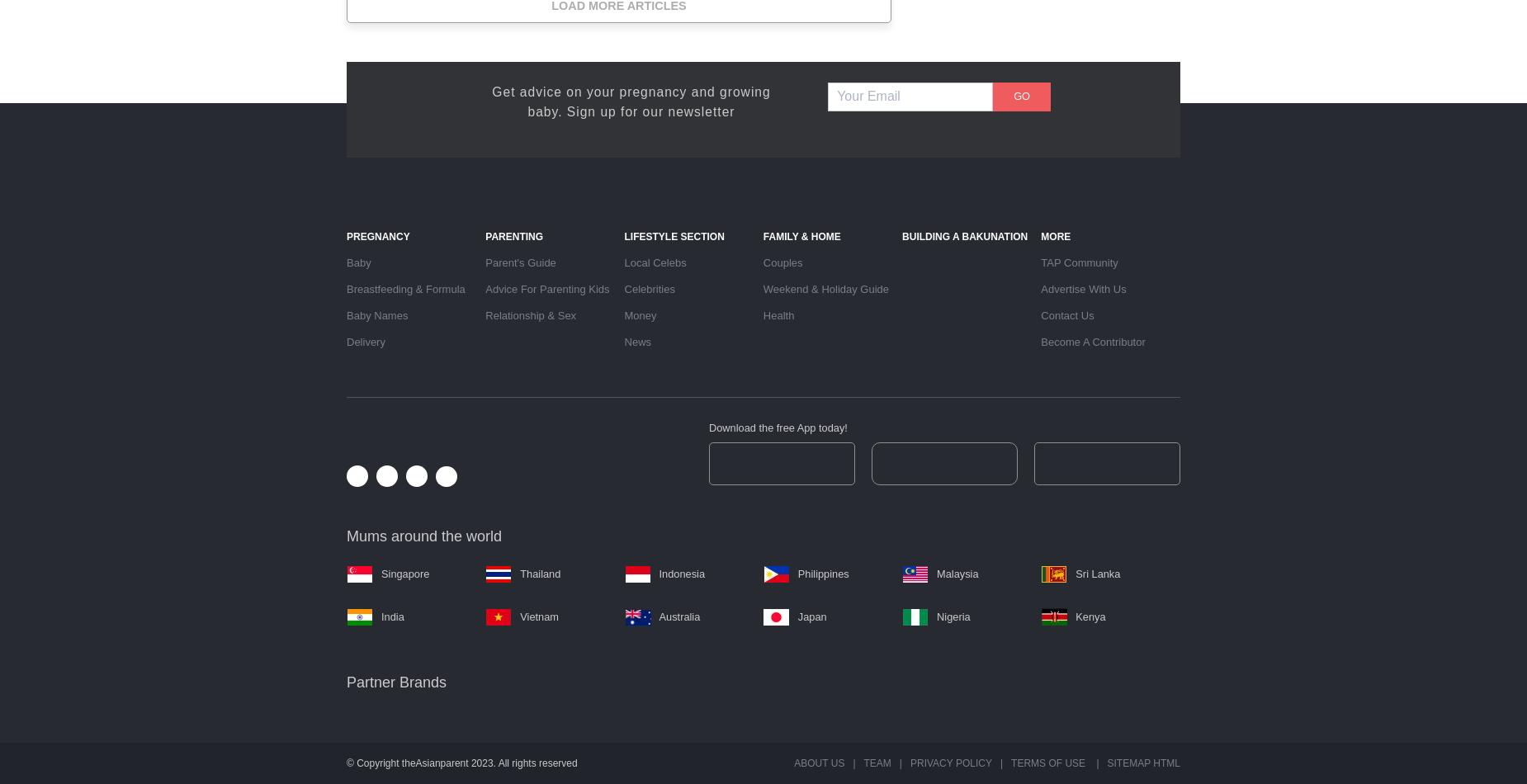 This screenshot has width=1527, height=784. Describe the element at coordinates (365, 340) in the screenshot. I see `'Delivery'` at that location.